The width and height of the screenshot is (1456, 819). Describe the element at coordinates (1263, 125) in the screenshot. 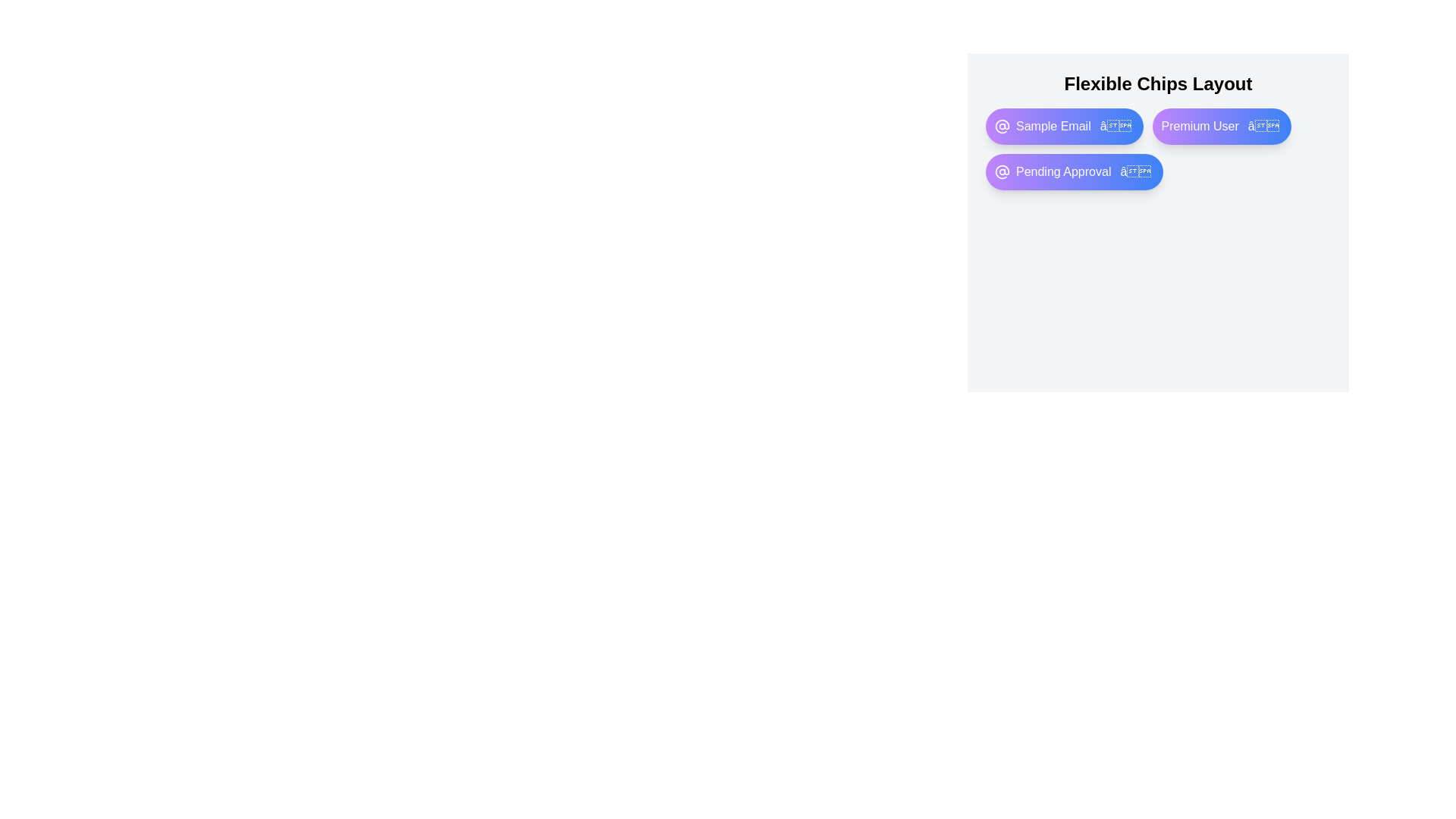

I see `close button of the chip labeled Premium User to remove it` at that location.